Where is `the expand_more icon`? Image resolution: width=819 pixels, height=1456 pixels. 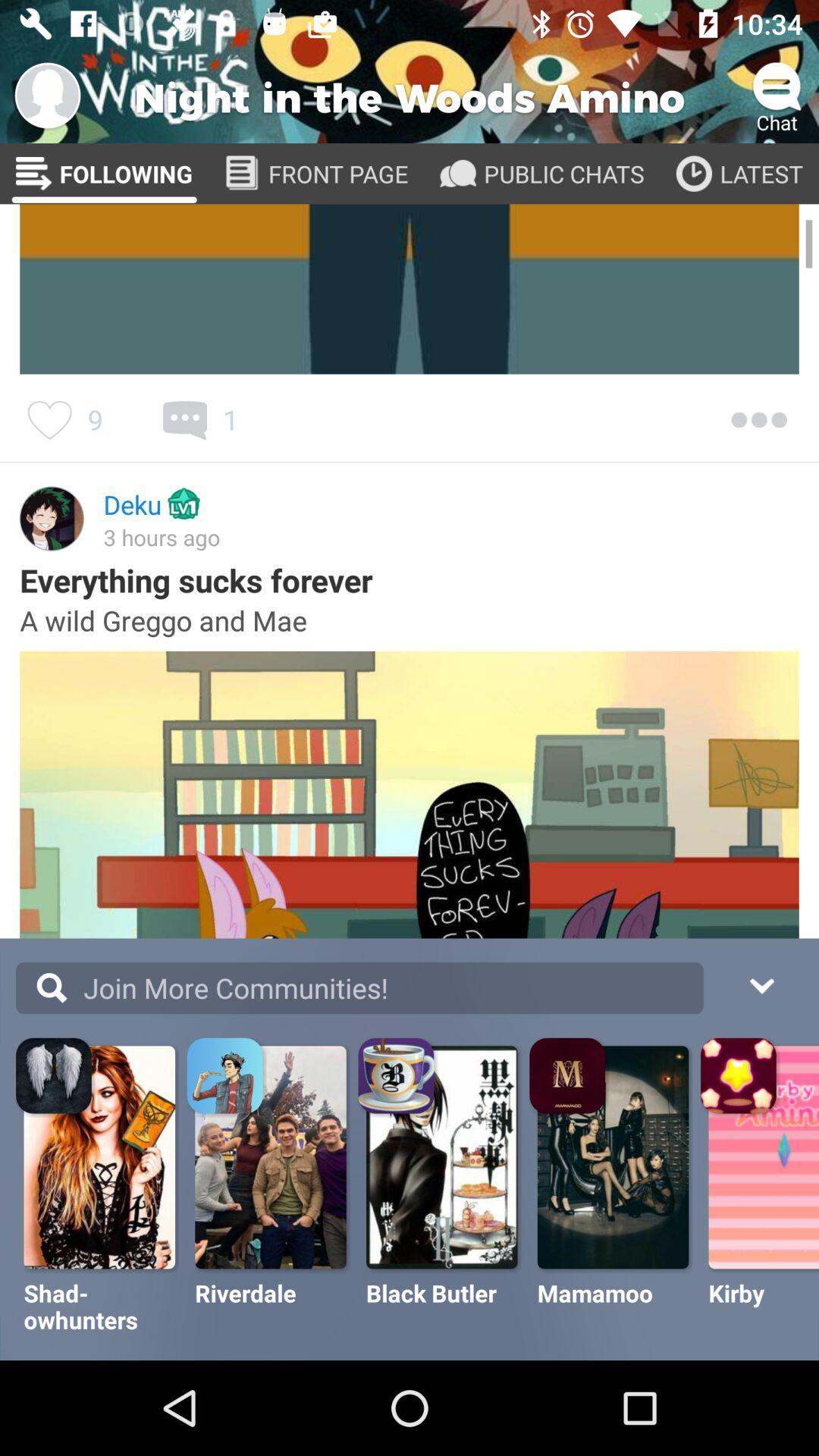 the expand_more icon is located at coordinates (761, 984).